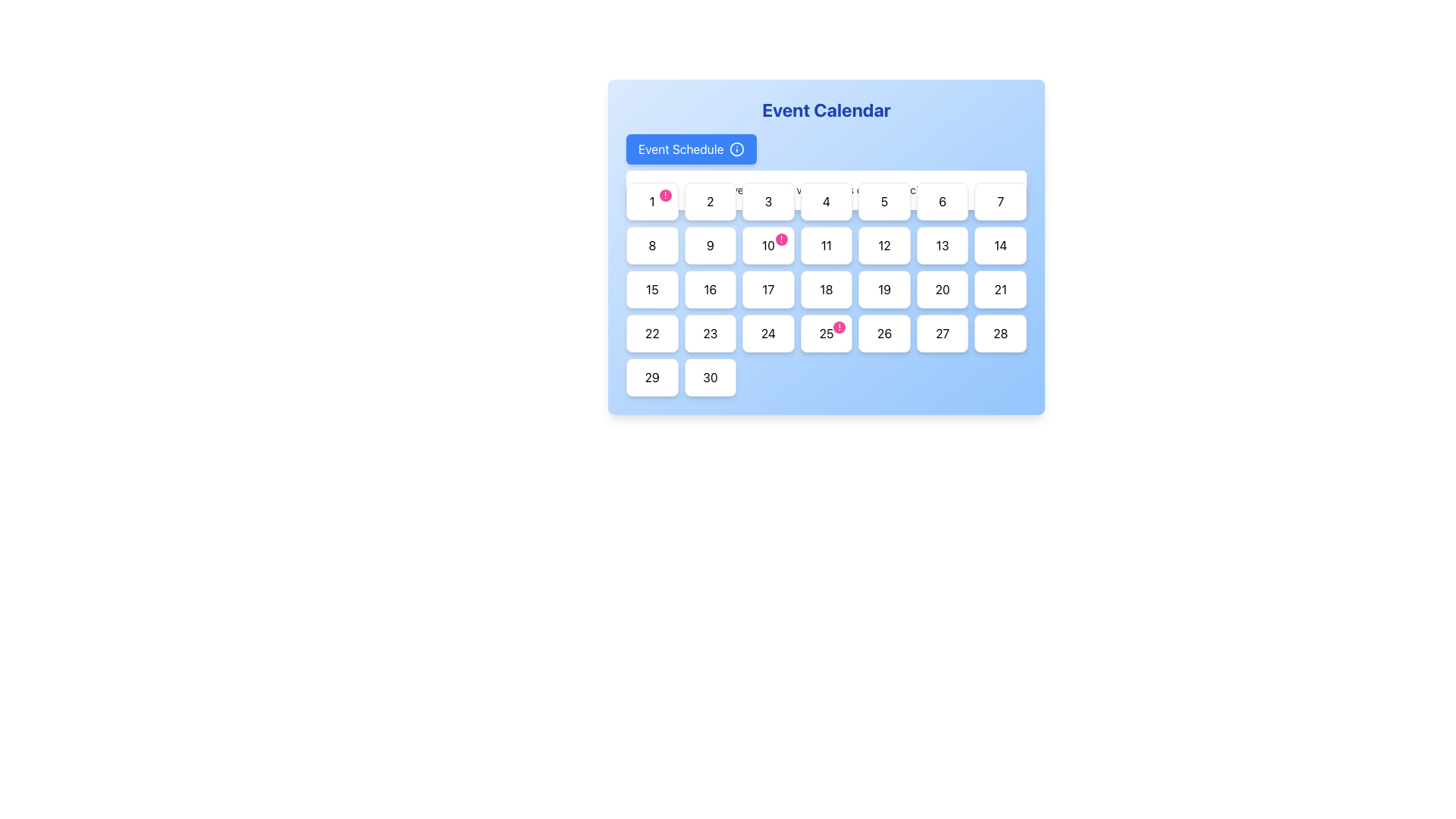  What do you see at coordinates (709, 245) in the screenshot?
I see `the white, rectangular button with rounded corners labeled '9', which is part of a grid layout in the blue calendar interface` at bounding box center [709, 245].